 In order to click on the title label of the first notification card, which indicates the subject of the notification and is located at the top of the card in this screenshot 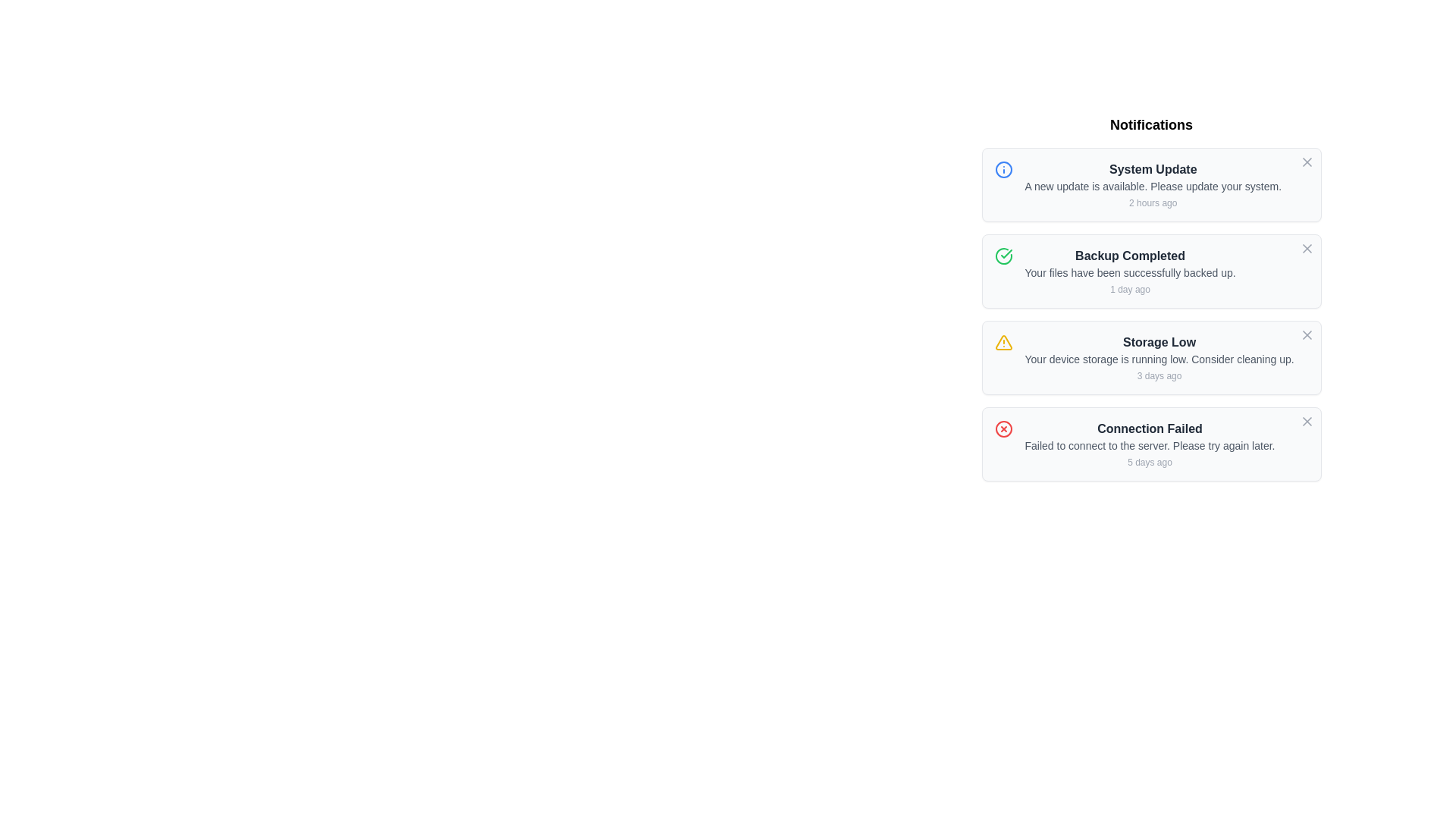, I will do `click(1153, 169)`.